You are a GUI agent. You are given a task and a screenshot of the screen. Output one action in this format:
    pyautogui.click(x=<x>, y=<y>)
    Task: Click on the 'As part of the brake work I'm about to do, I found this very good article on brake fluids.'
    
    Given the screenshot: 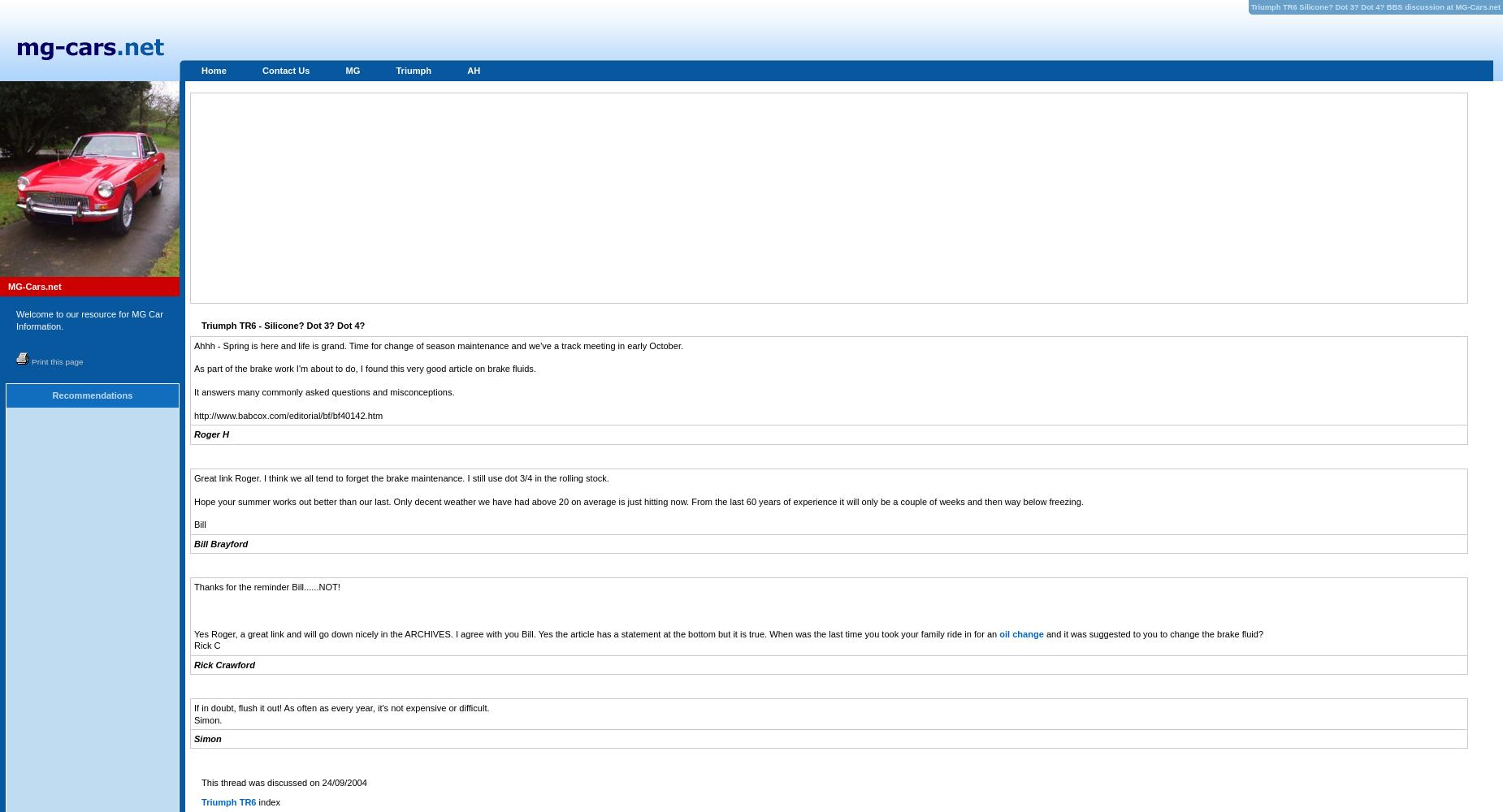 What is the action you would take?
    pyautogui.click(x=363, y=368)
    